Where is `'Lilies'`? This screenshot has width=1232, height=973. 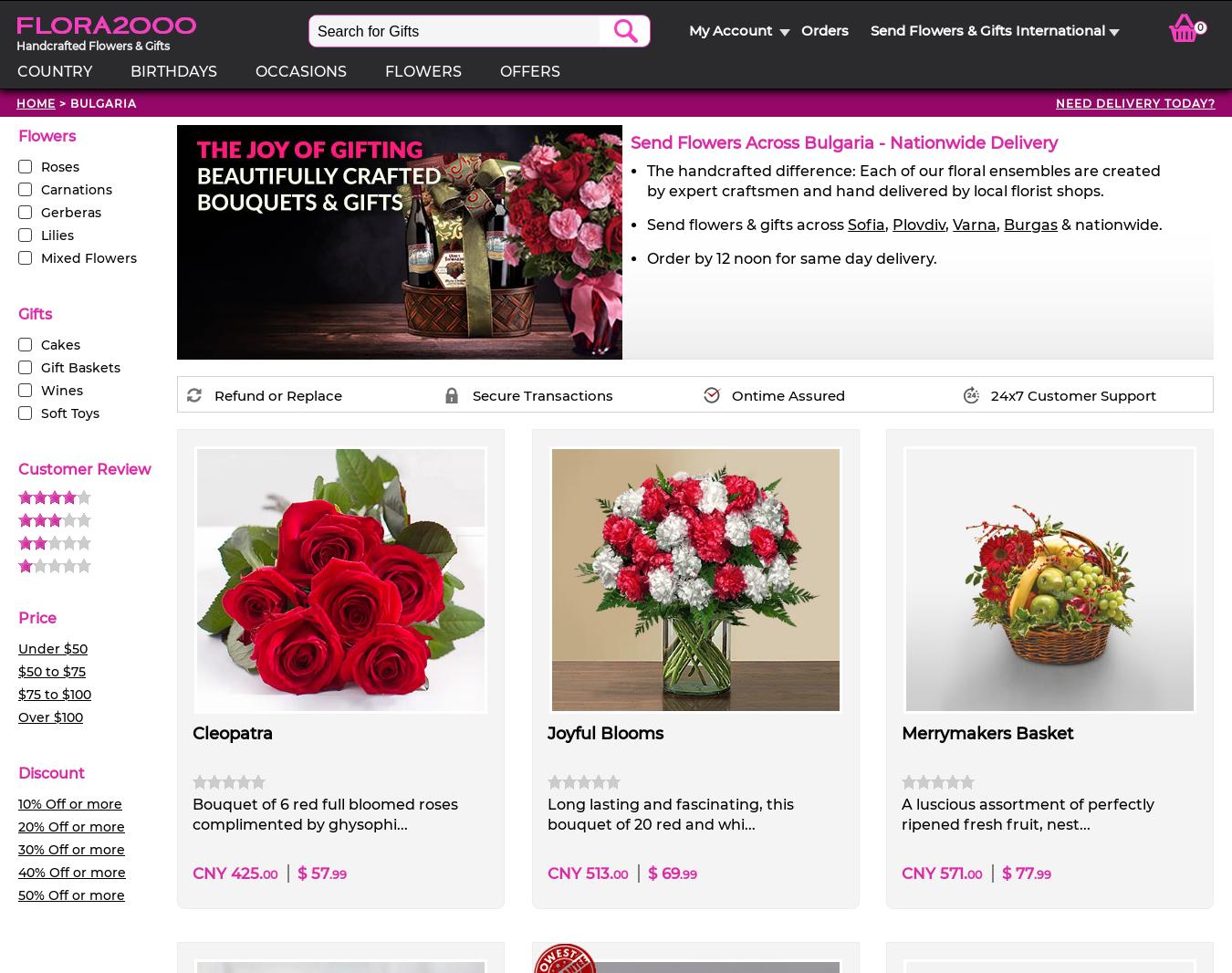 'Lilies' is located at coordinates (57, 234).